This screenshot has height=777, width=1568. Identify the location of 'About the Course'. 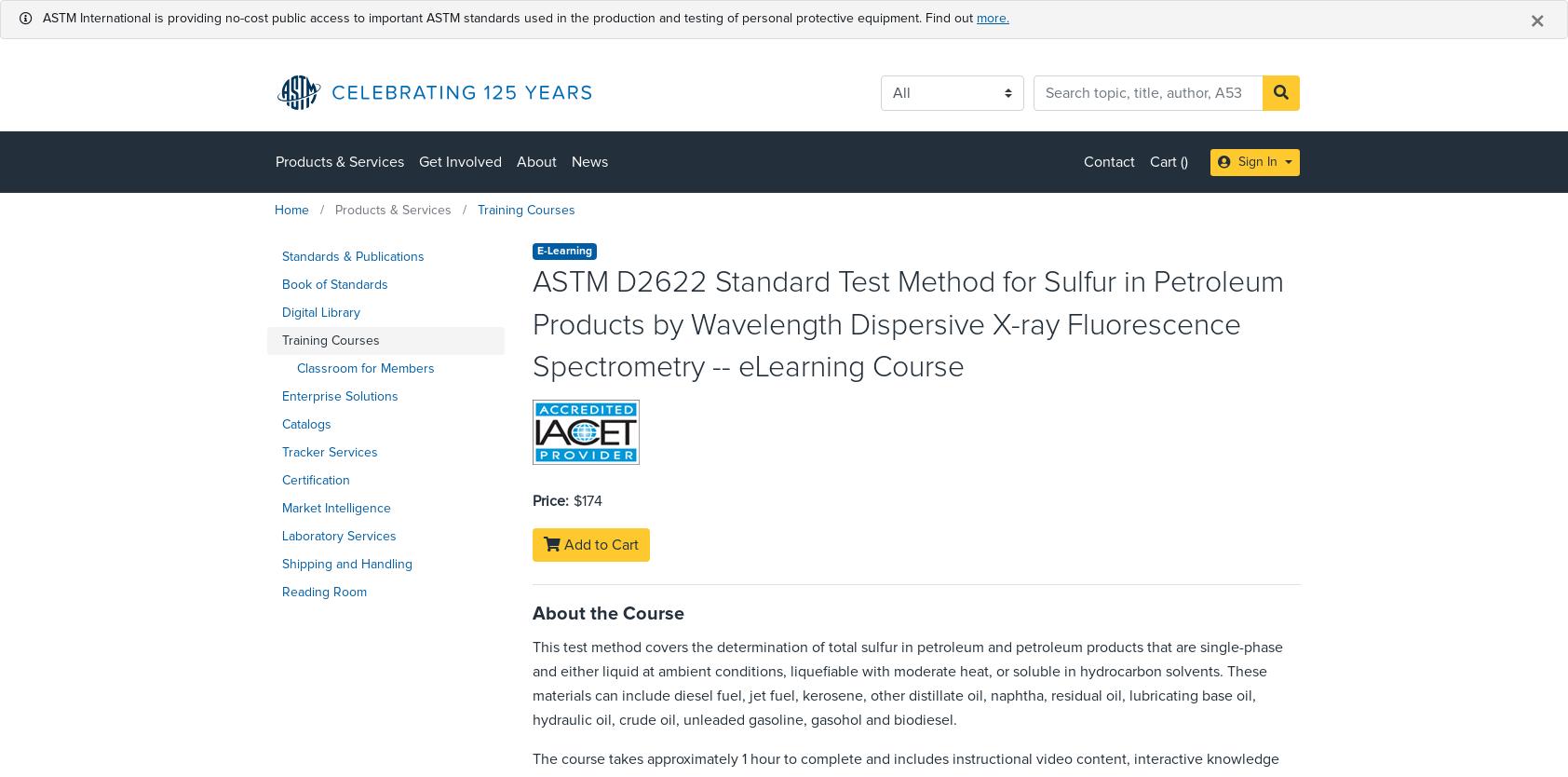
(608, 613).